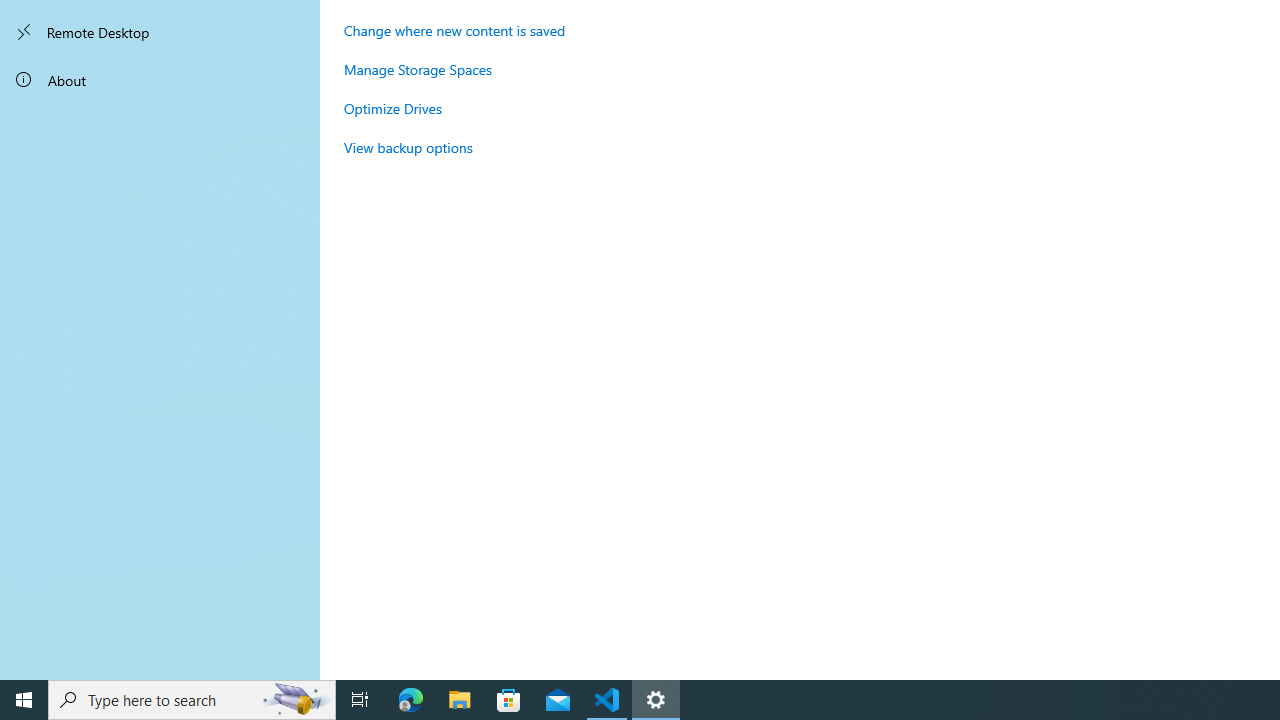 The image size is (1280, 720). I want to click on 'Start', so click(24, 698).